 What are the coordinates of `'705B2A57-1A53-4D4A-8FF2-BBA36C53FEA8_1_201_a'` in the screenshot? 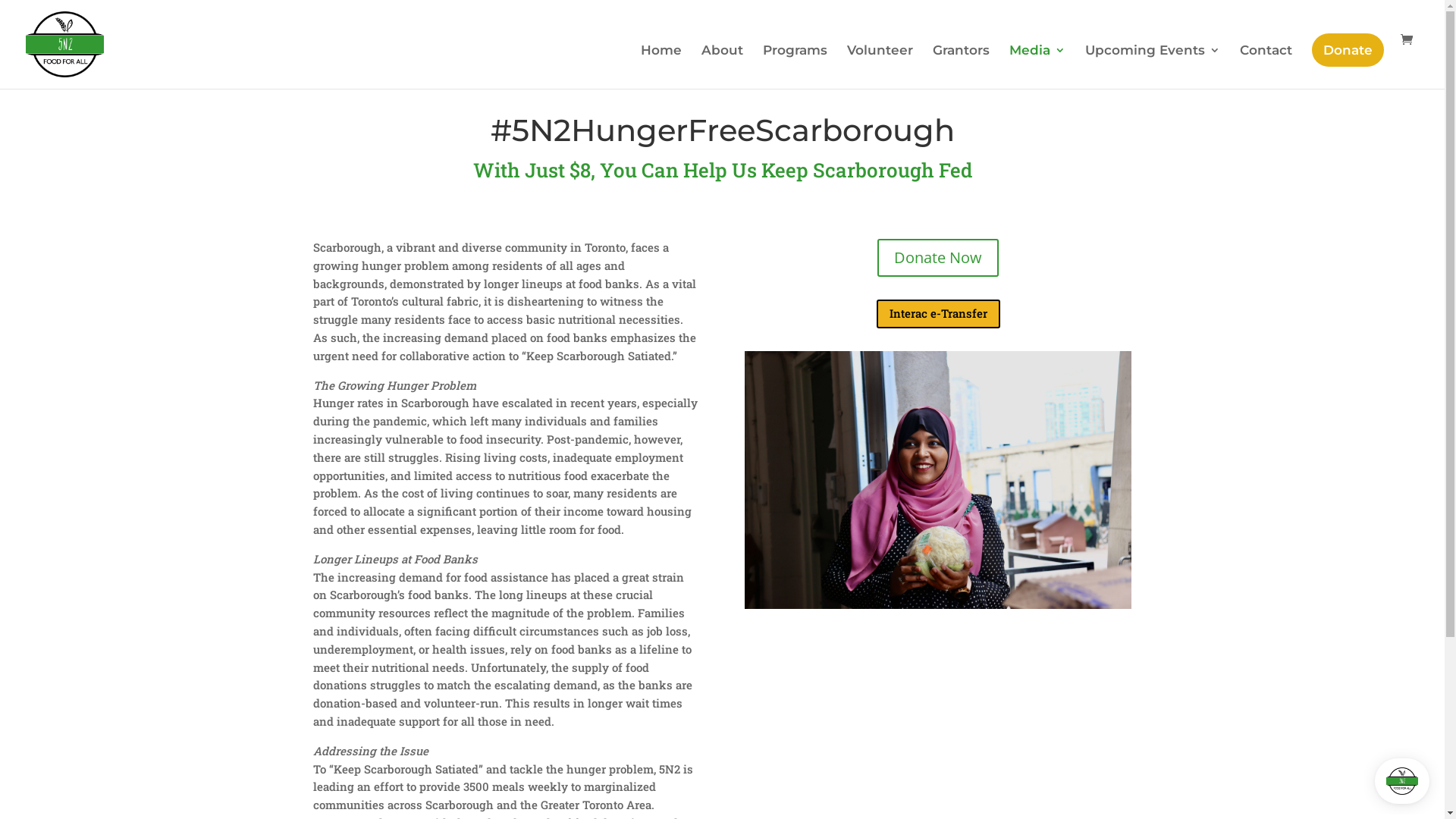 It's located at (937, 479).